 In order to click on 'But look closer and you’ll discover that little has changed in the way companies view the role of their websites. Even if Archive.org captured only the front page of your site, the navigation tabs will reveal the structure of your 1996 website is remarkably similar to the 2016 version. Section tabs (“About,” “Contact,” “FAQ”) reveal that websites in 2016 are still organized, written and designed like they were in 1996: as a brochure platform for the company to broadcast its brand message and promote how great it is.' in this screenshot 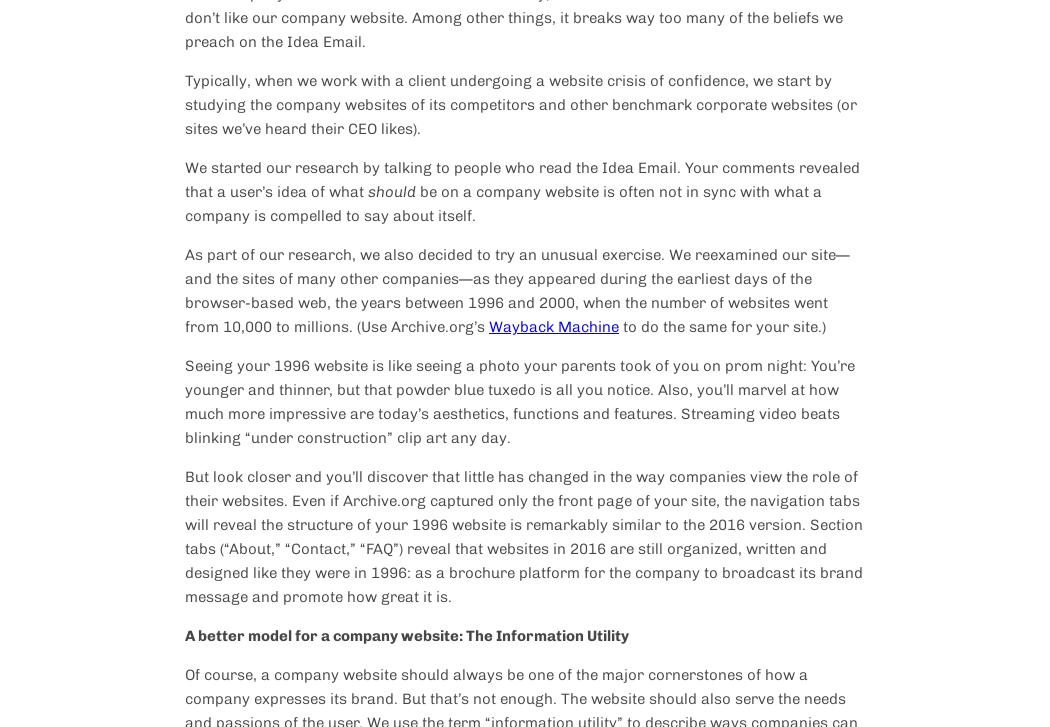, I will do `click(522, 536)`.